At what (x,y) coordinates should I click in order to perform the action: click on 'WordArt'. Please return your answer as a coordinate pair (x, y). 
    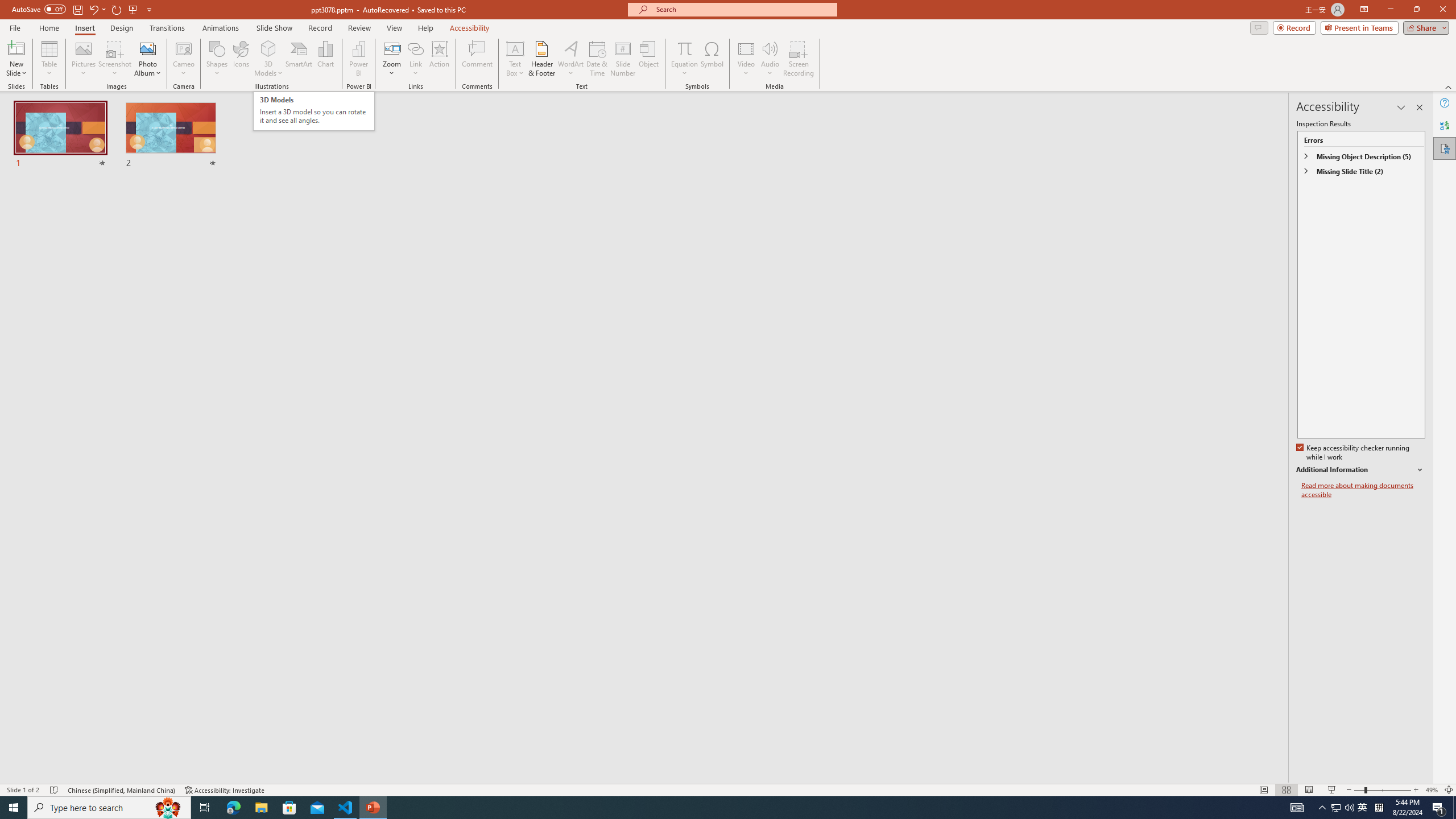
    Looking at the image, I should click on (570, 59).